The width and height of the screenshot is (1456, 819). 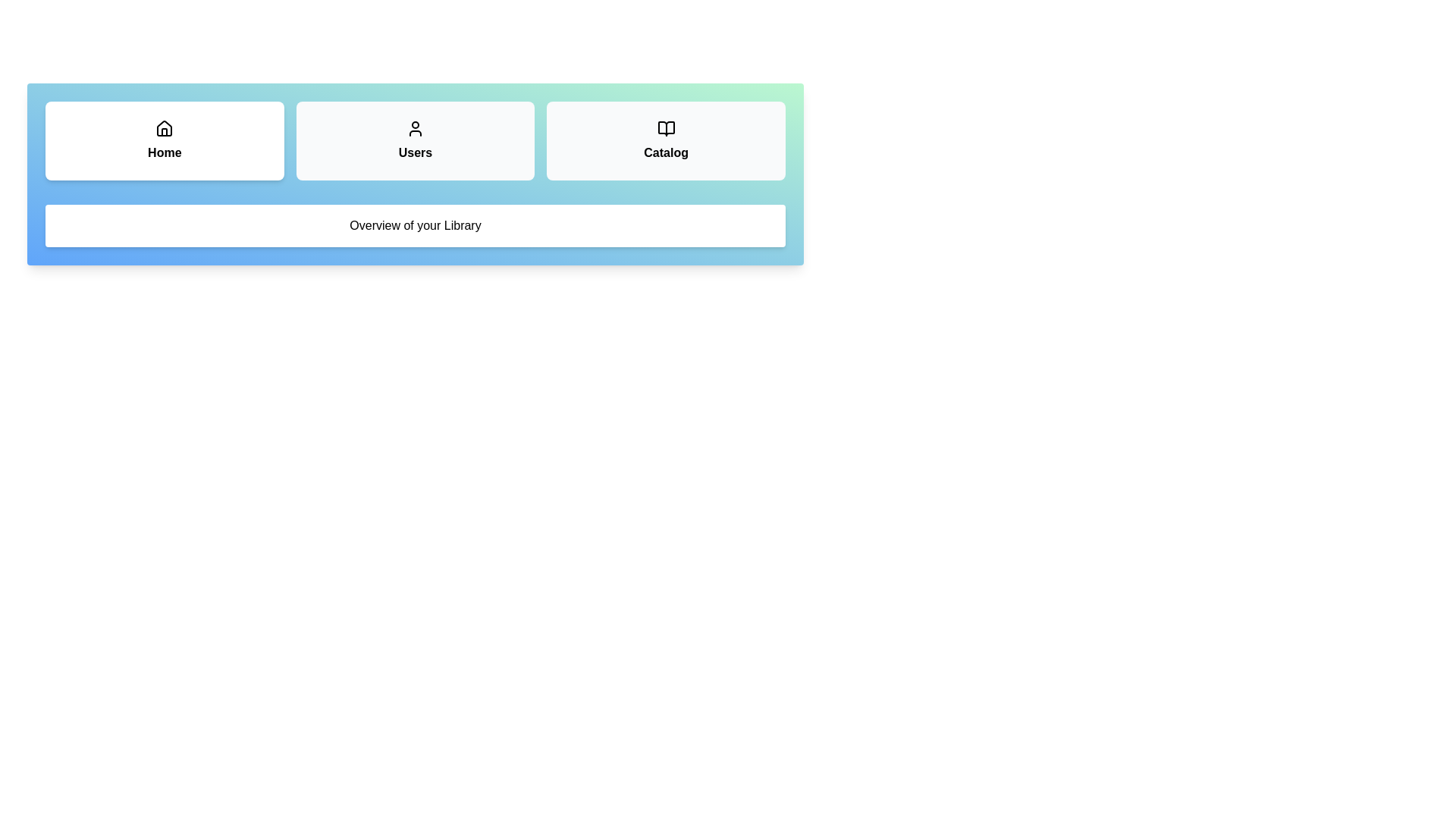 I want to click on the tab labeled Catalog to observe its hover effect, so click(x=666, y=140).